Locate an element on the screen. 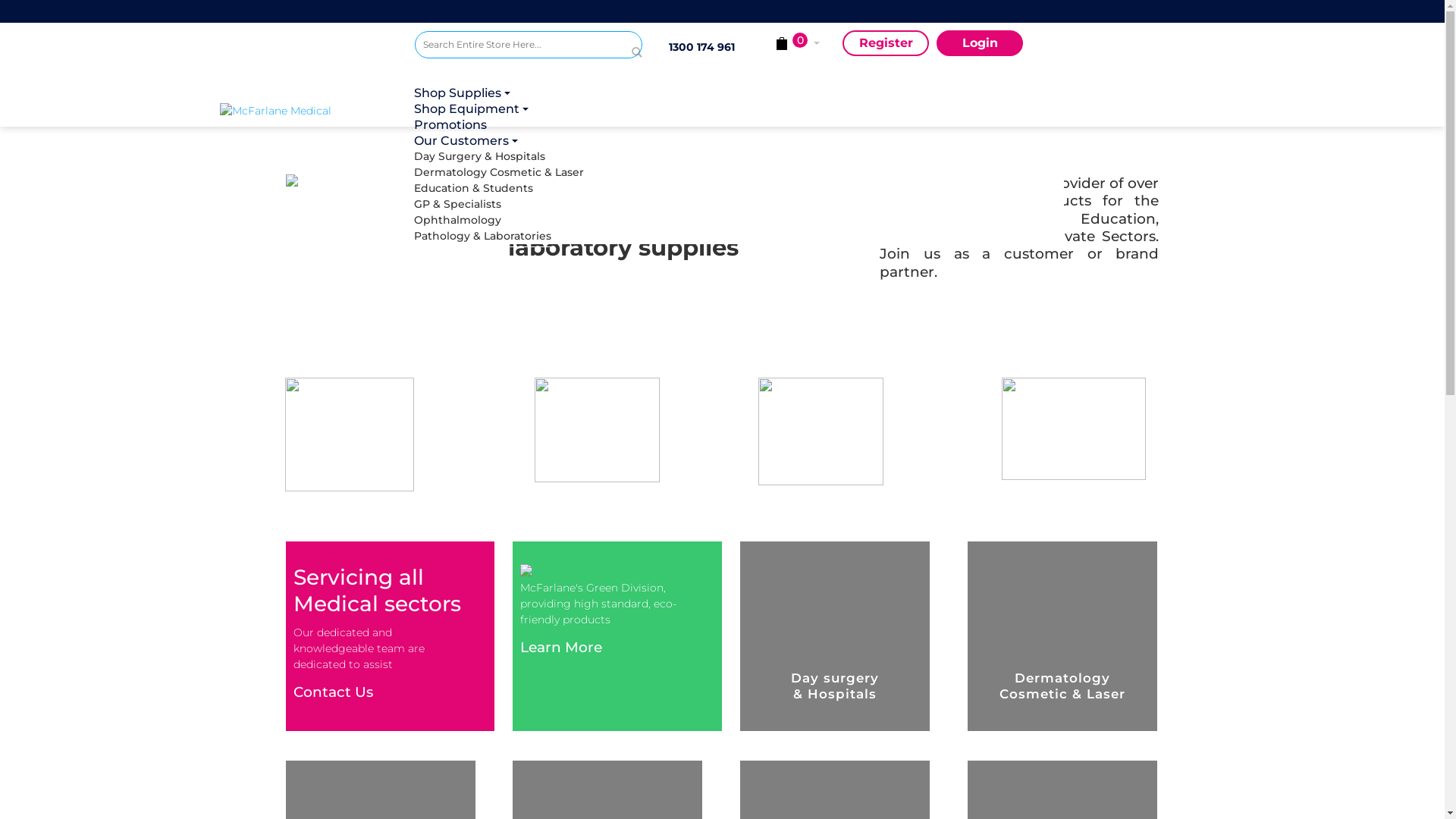 The image size is (1456, 819). 'Register' is located at coordinates (885, 42).